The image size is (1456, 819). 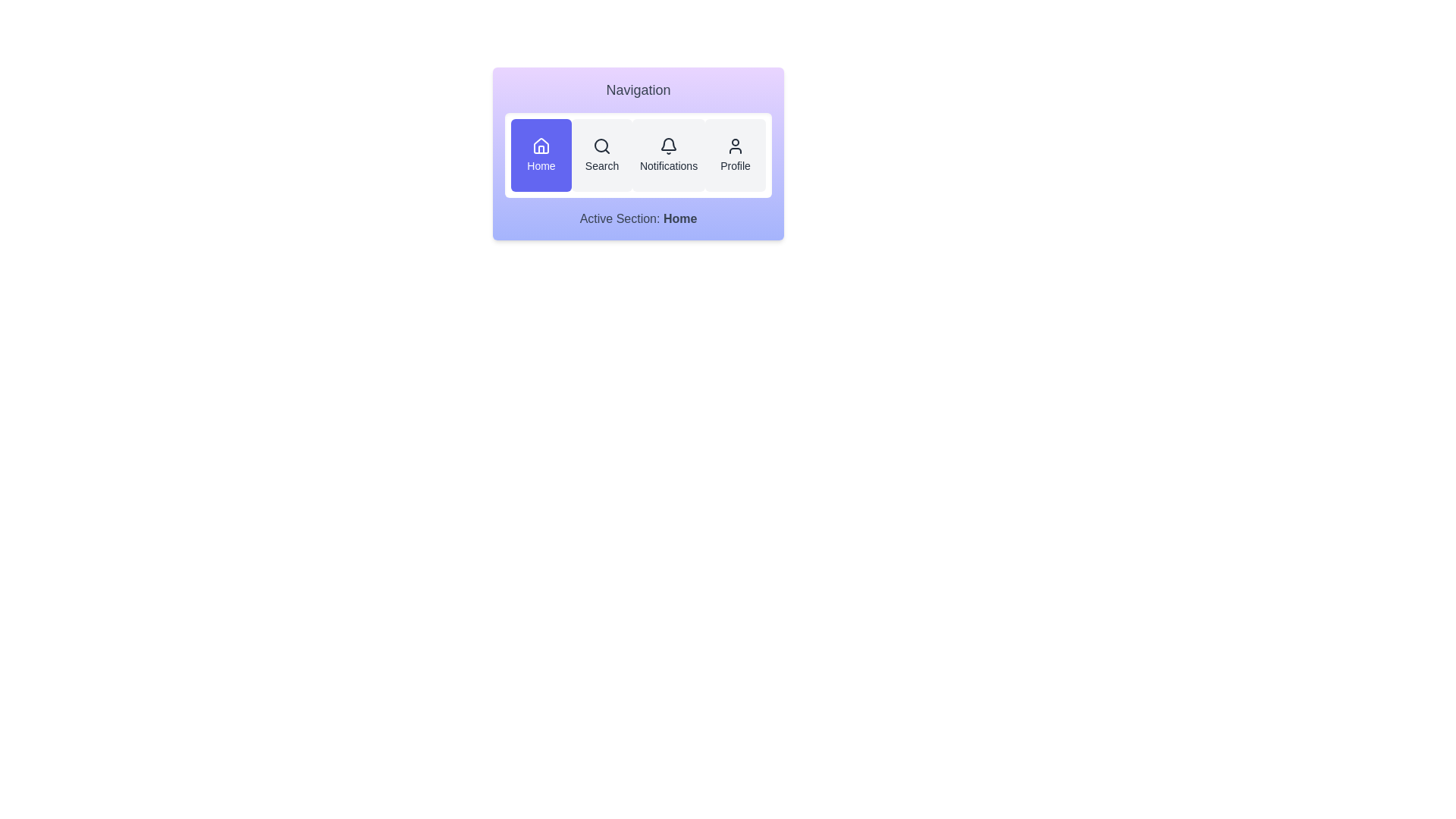 I want to click on the Profile button to activate the corresponding section, so click(x=735, y=155).